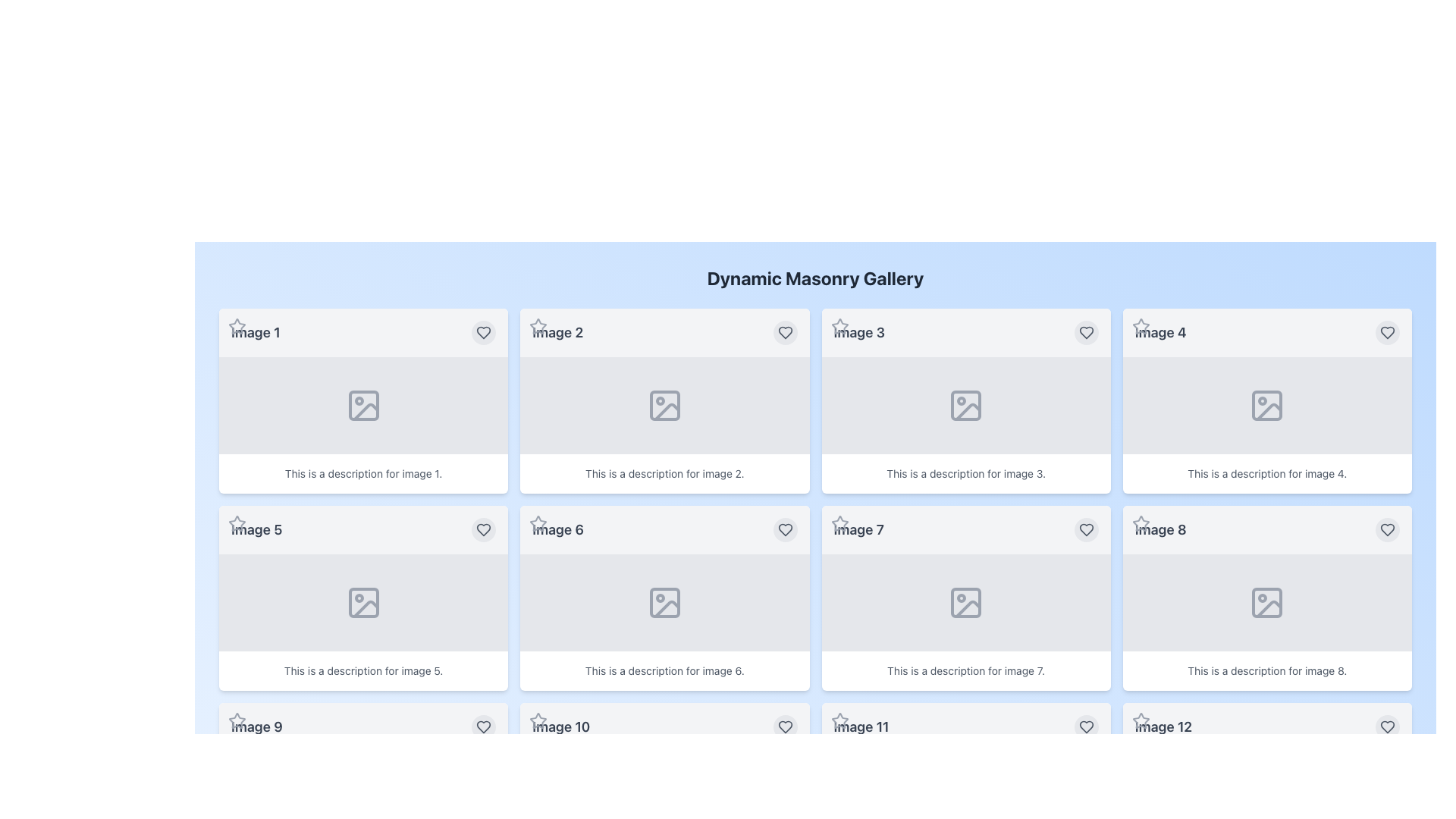  What do you see at coordinates (538, 325) in the screenshot?
I see `the star outline icon that serves as a marker for 'Image 2'` at bounding box center [538, 325].